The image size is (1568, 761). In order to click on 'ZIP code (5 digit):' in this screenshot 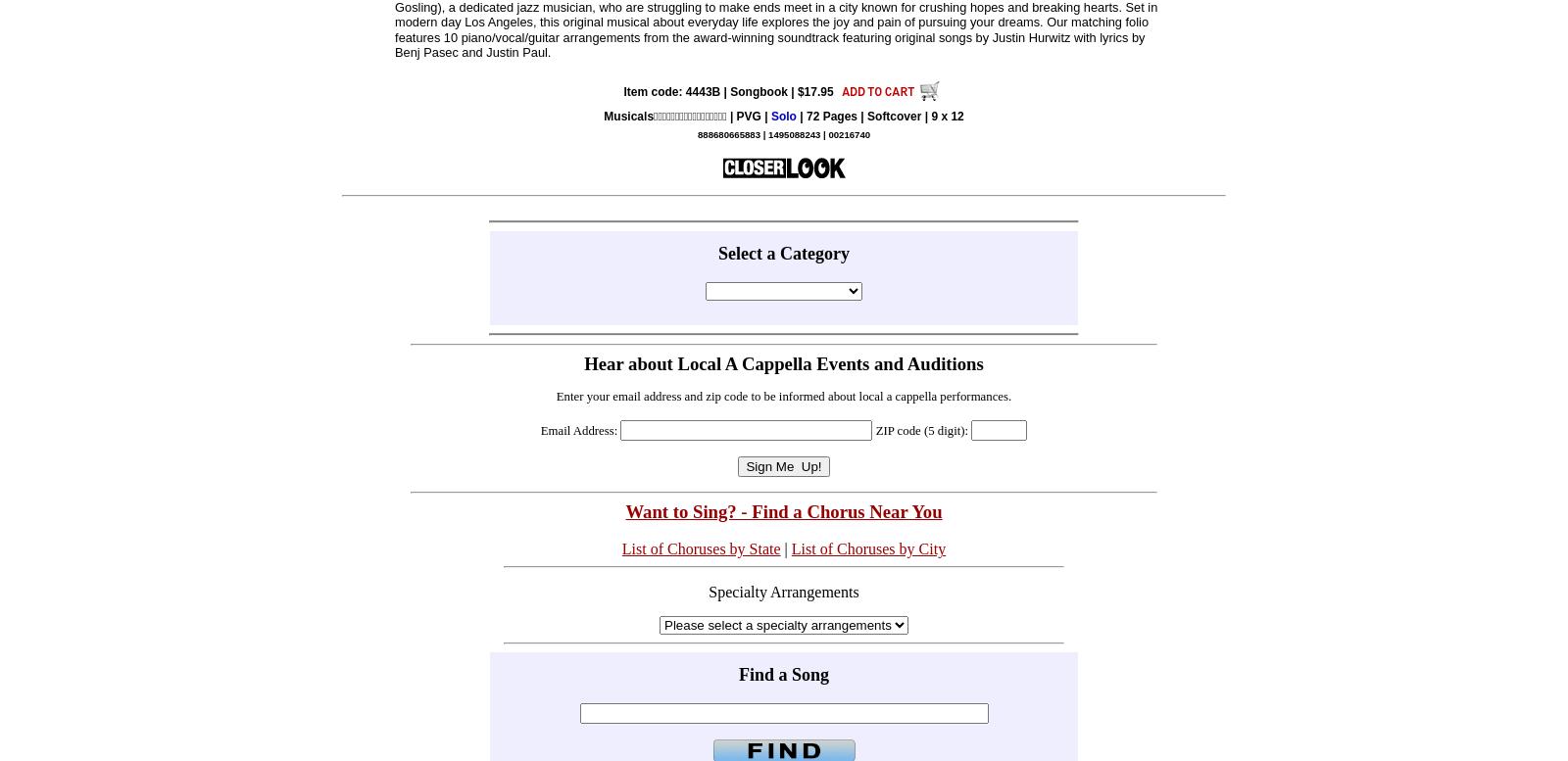, I will do `click(920, 430)`.